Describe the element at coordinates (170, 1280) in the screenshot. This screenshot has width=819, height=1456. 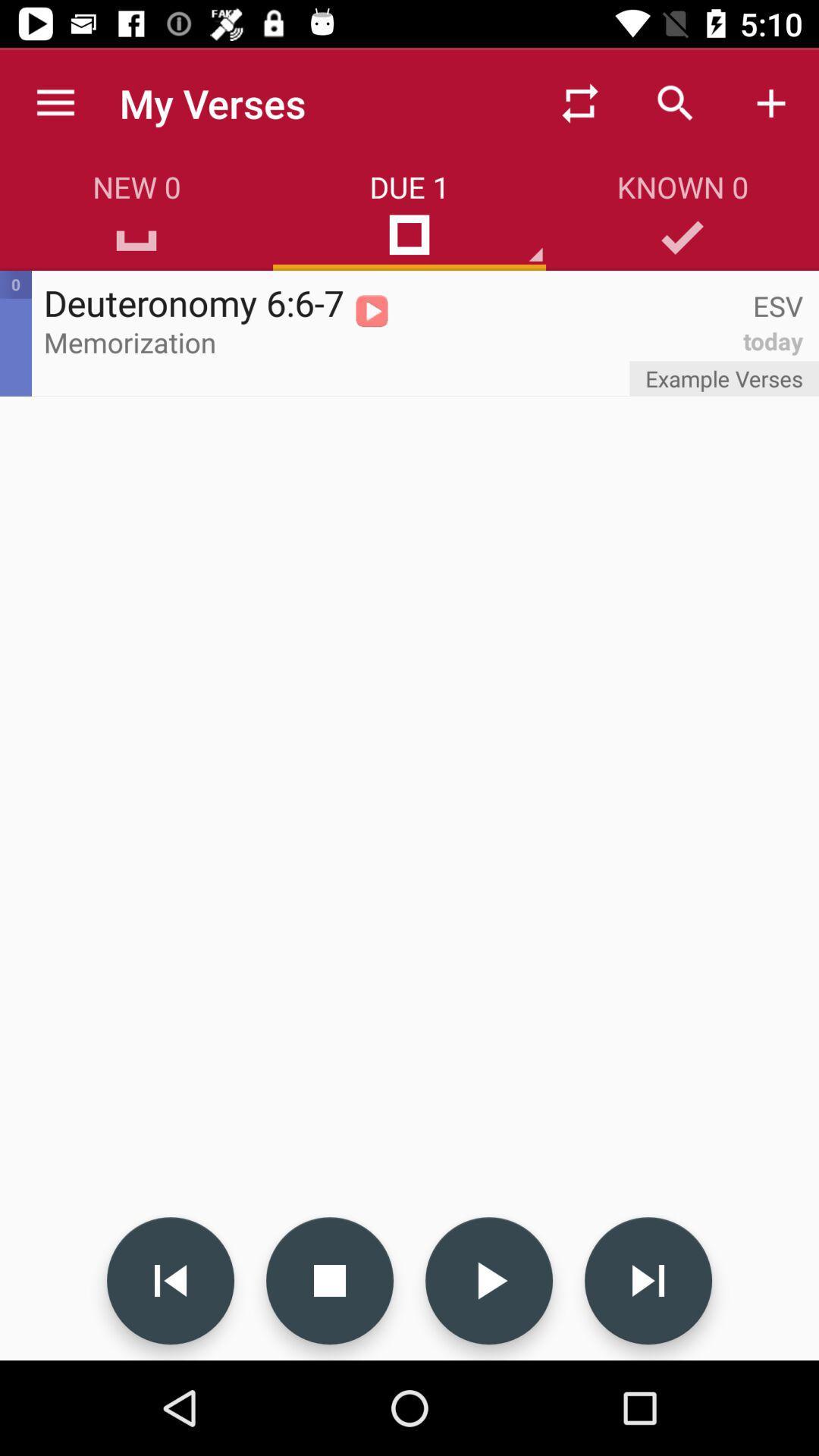
I see `the skip_previous icon` at that location.